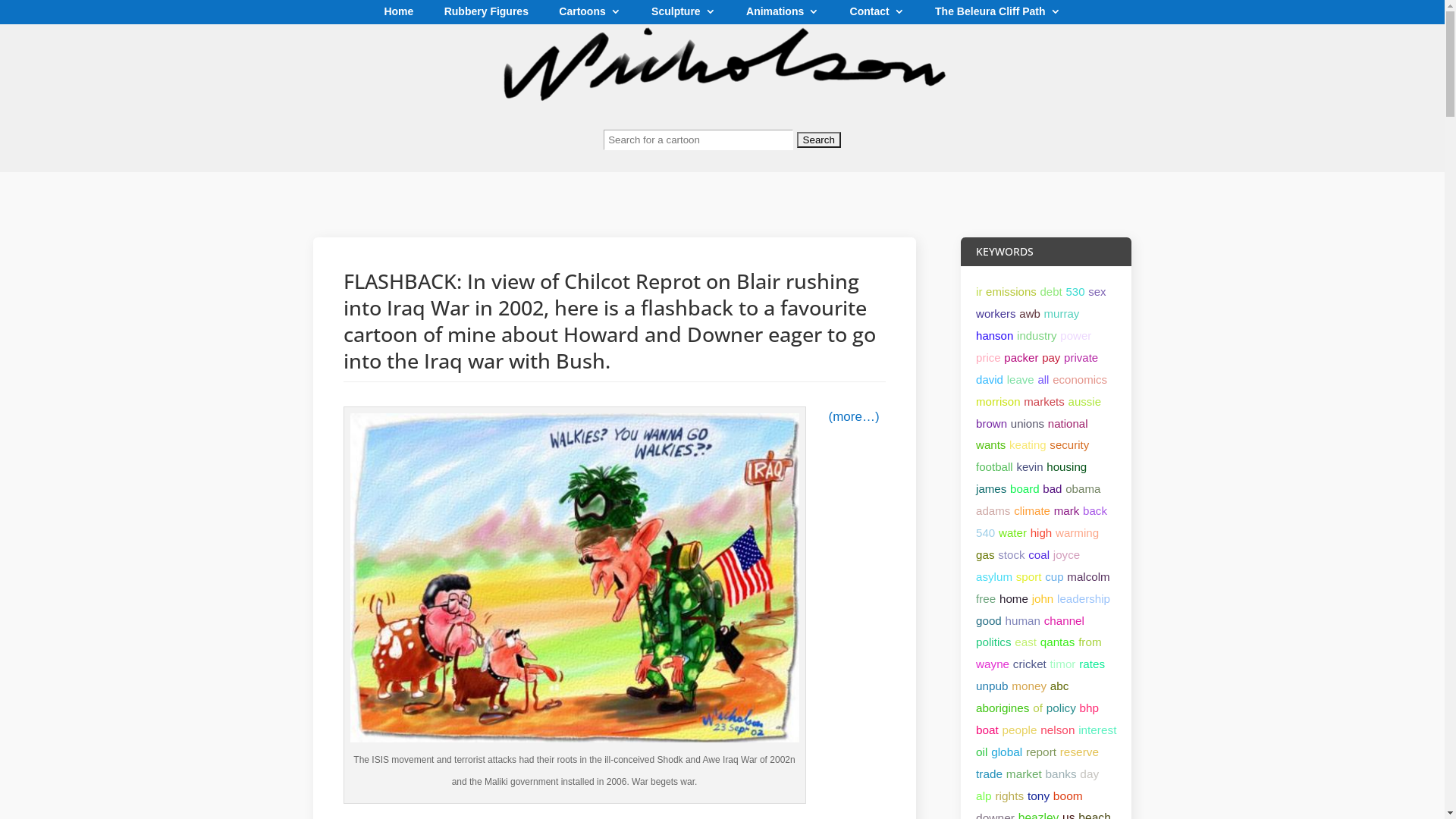 The width and height of the screenshot is (1456, 819). What do you see at coordinates (987, 729) in the screenshot?
I see `'boat'` at bounding box center [987, 729].